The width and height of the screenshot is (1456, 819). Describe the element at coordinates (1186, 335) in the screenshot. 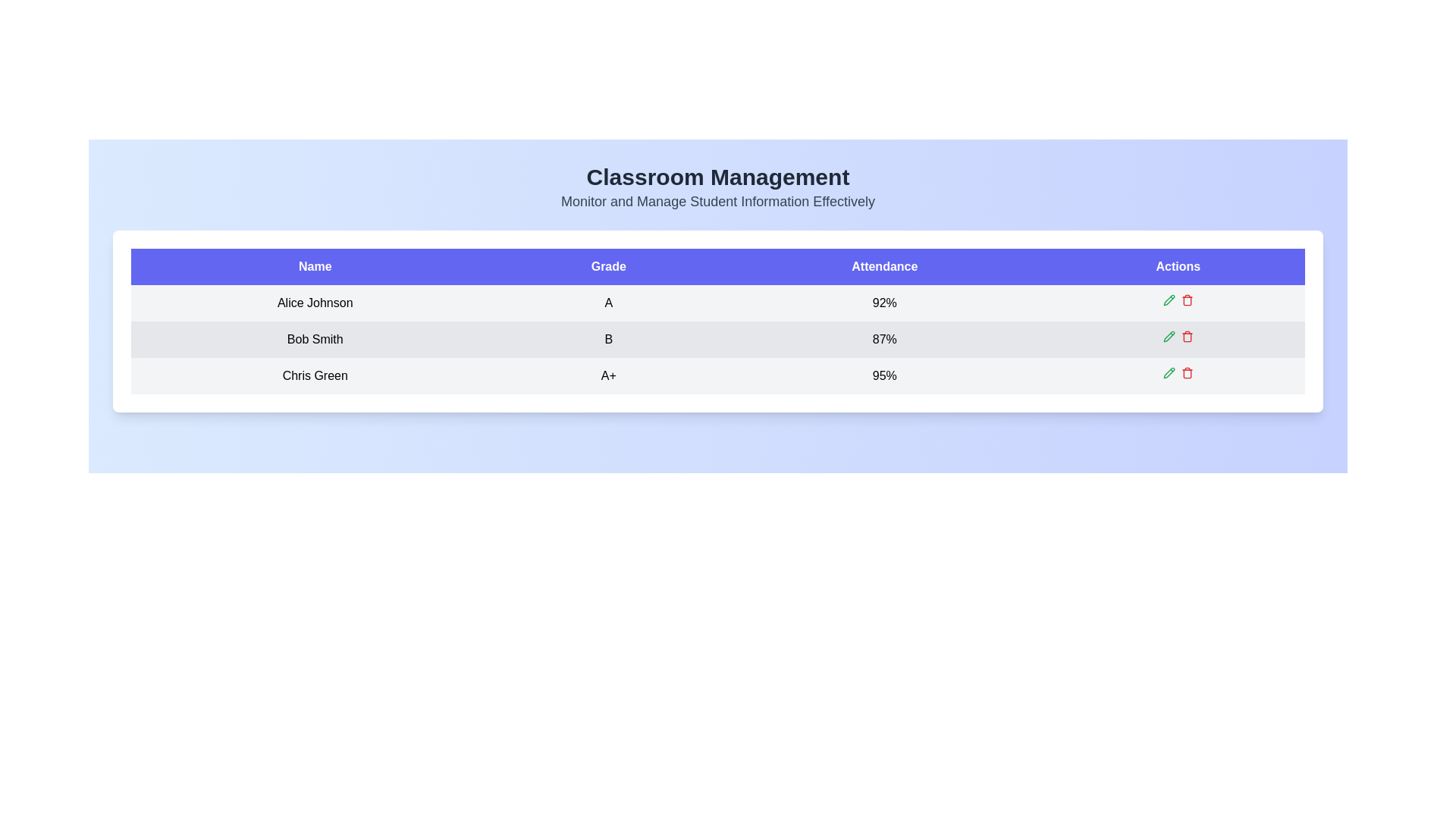

I see `the red trash can icon in the 'Actions' column of the table row for 'Bob Smith'` at that location.